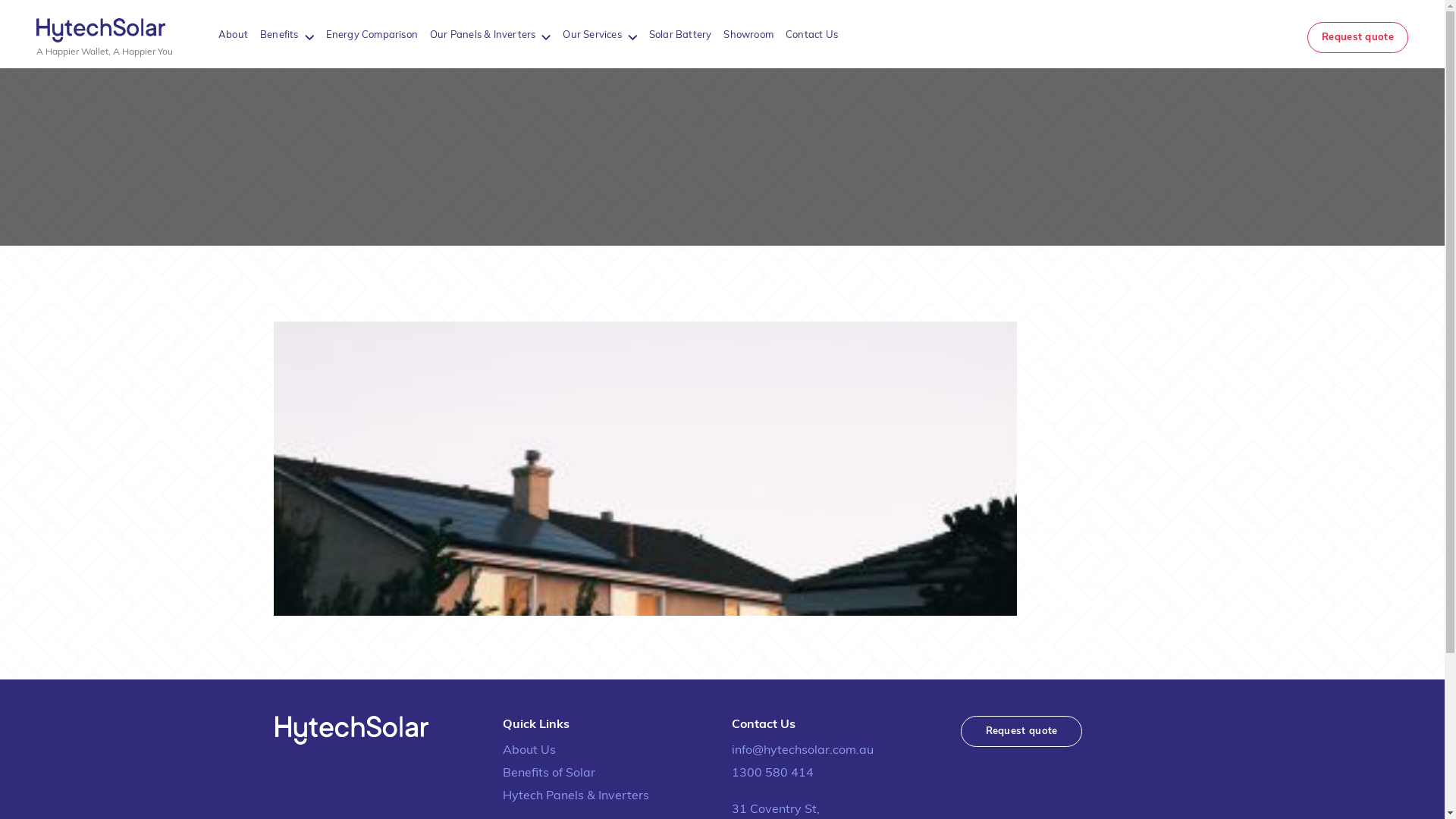 The image size is (1456, 819). I want to click on '1300 580 414', so click(836, 773).